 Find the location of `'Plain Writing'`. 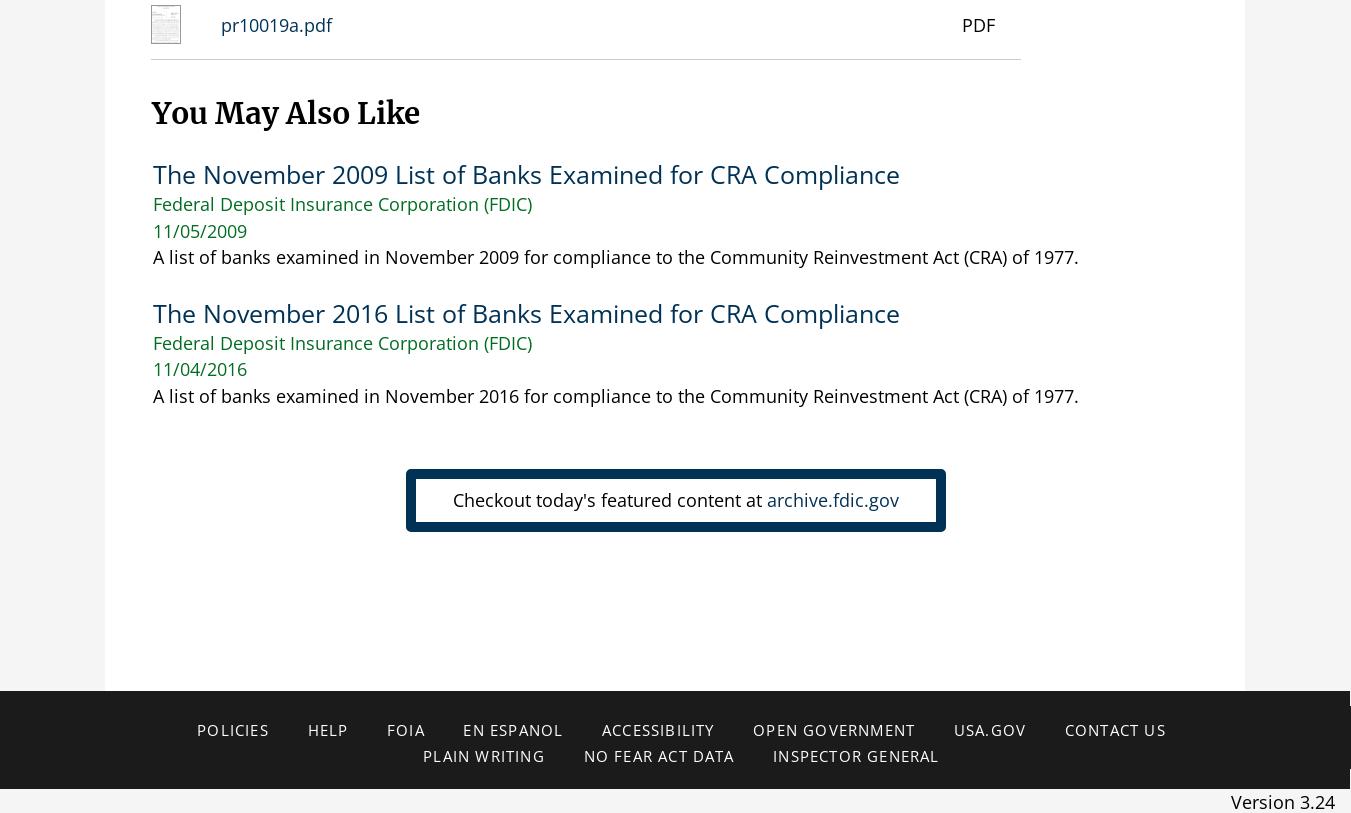

'Plain Writing' is located at coordinates (482, 756).